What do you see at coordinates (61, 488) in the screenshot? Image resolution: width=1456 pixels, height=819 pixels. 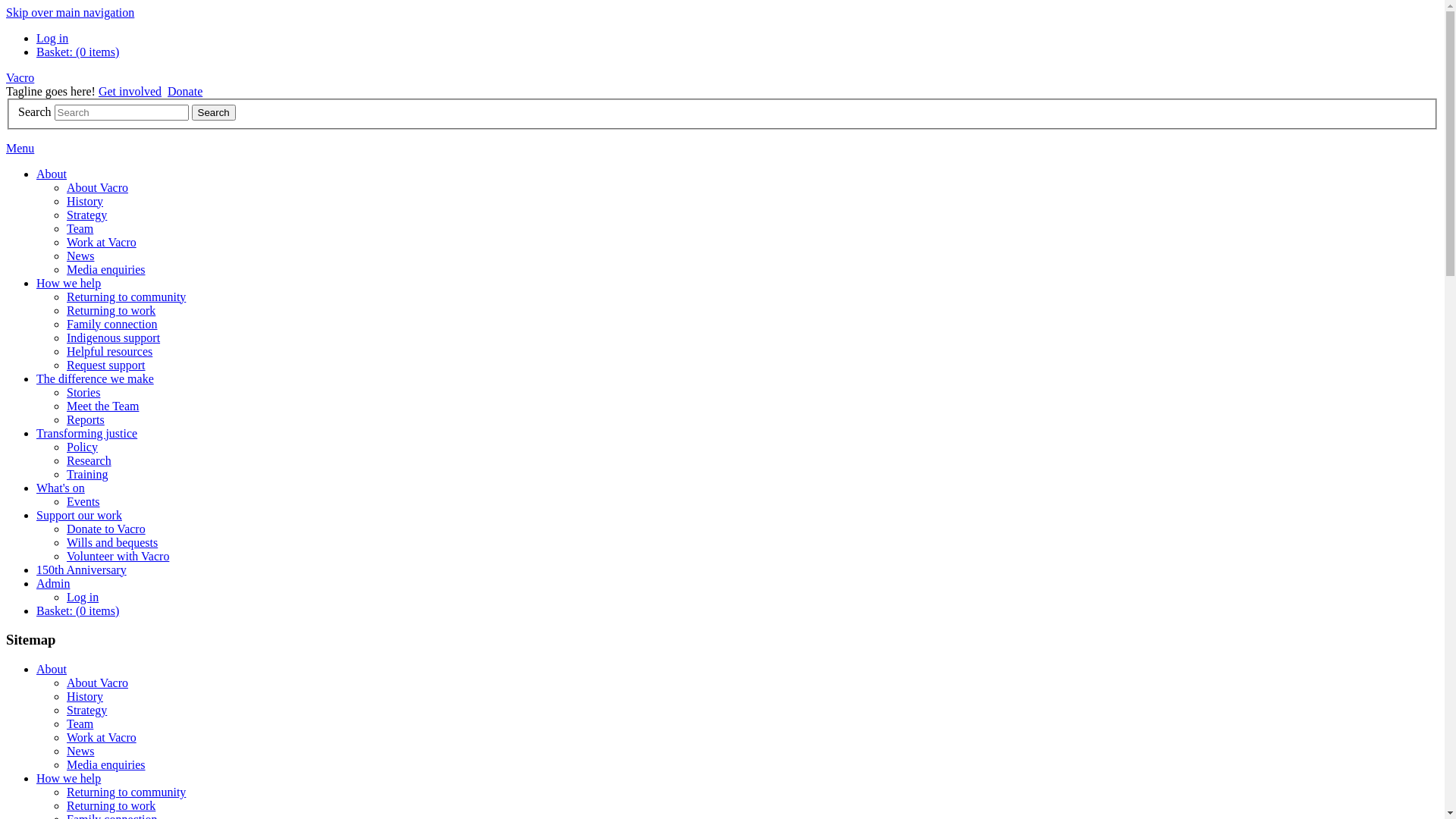 I see `'What's on'` at bounding box center [61, 488].